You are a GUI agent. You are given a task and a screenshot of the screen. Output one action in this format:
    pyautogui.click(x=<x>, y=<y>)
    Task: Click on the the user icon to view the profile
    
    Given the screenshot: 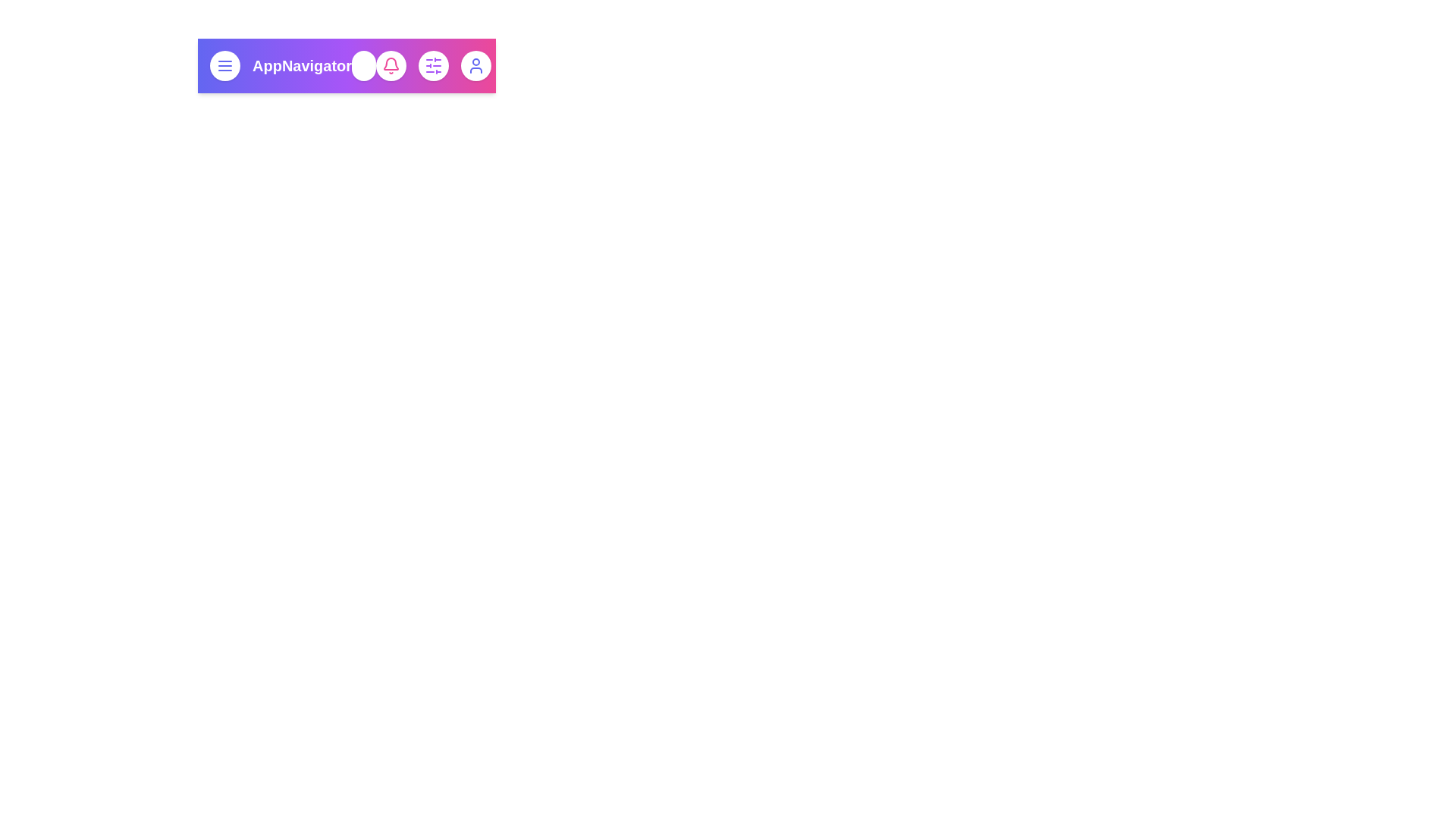 What is the action you would take?
    pyautogui.click(x=475, y=65)
    